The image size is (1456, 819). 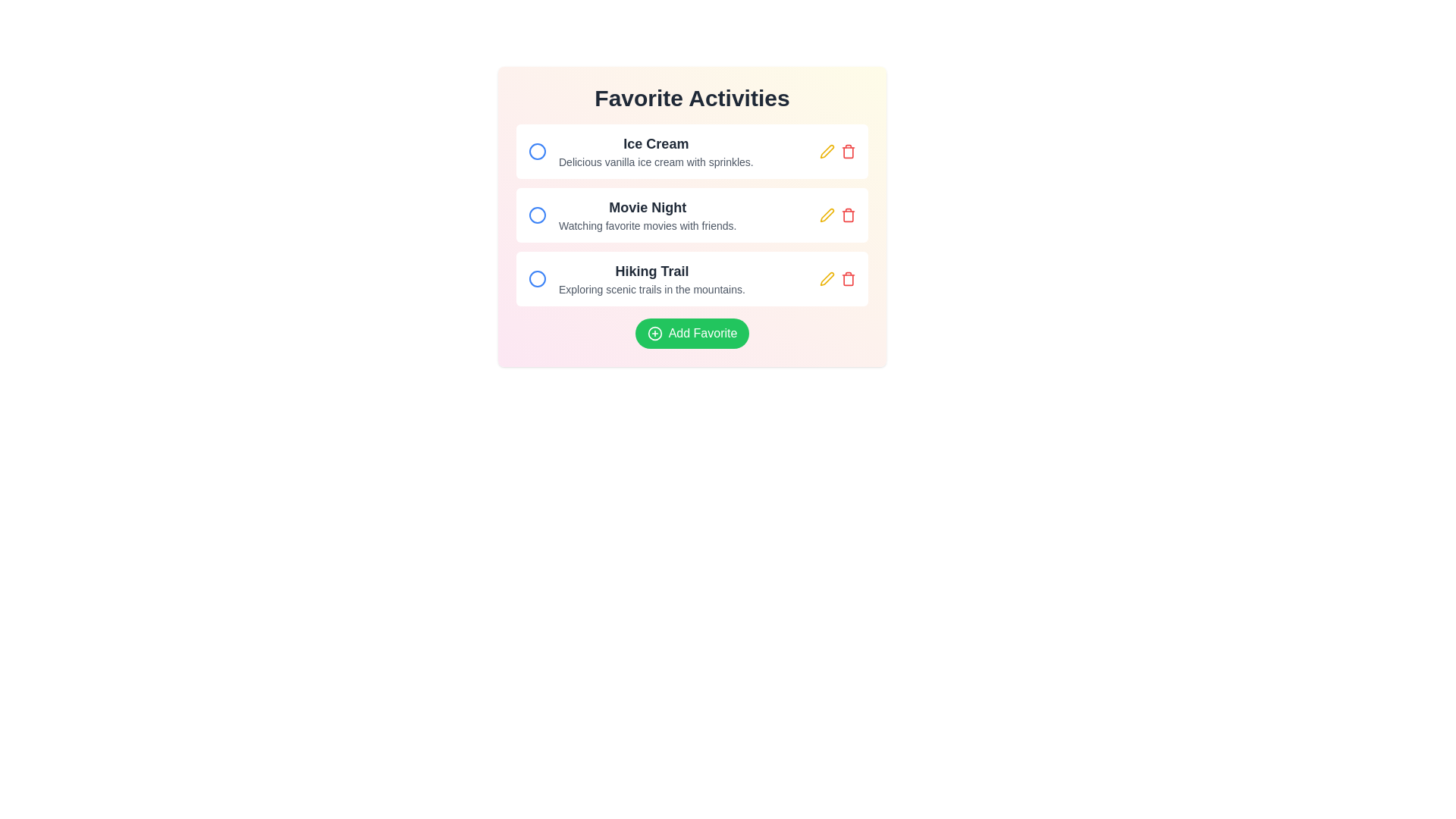 What do you see at coordinates (654, 332) in the screenshot?
I see `the illustration (circle within a graphic icon) that is part of the green 'Add Favorite' button, located at the bottom section of the interface` at bounding box center [654, 332].